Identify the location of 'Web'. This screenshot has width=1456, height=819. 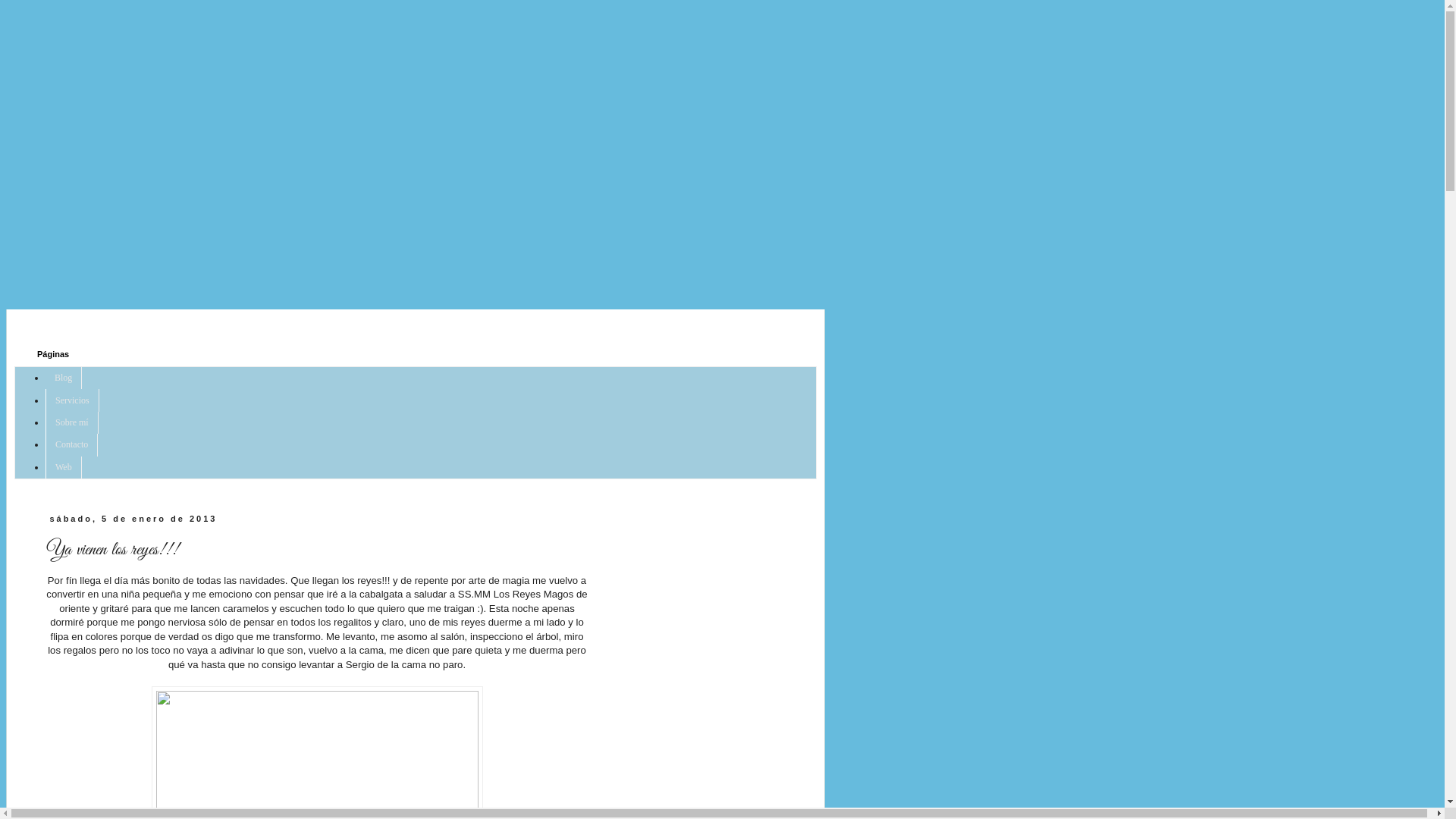
(45, 466).